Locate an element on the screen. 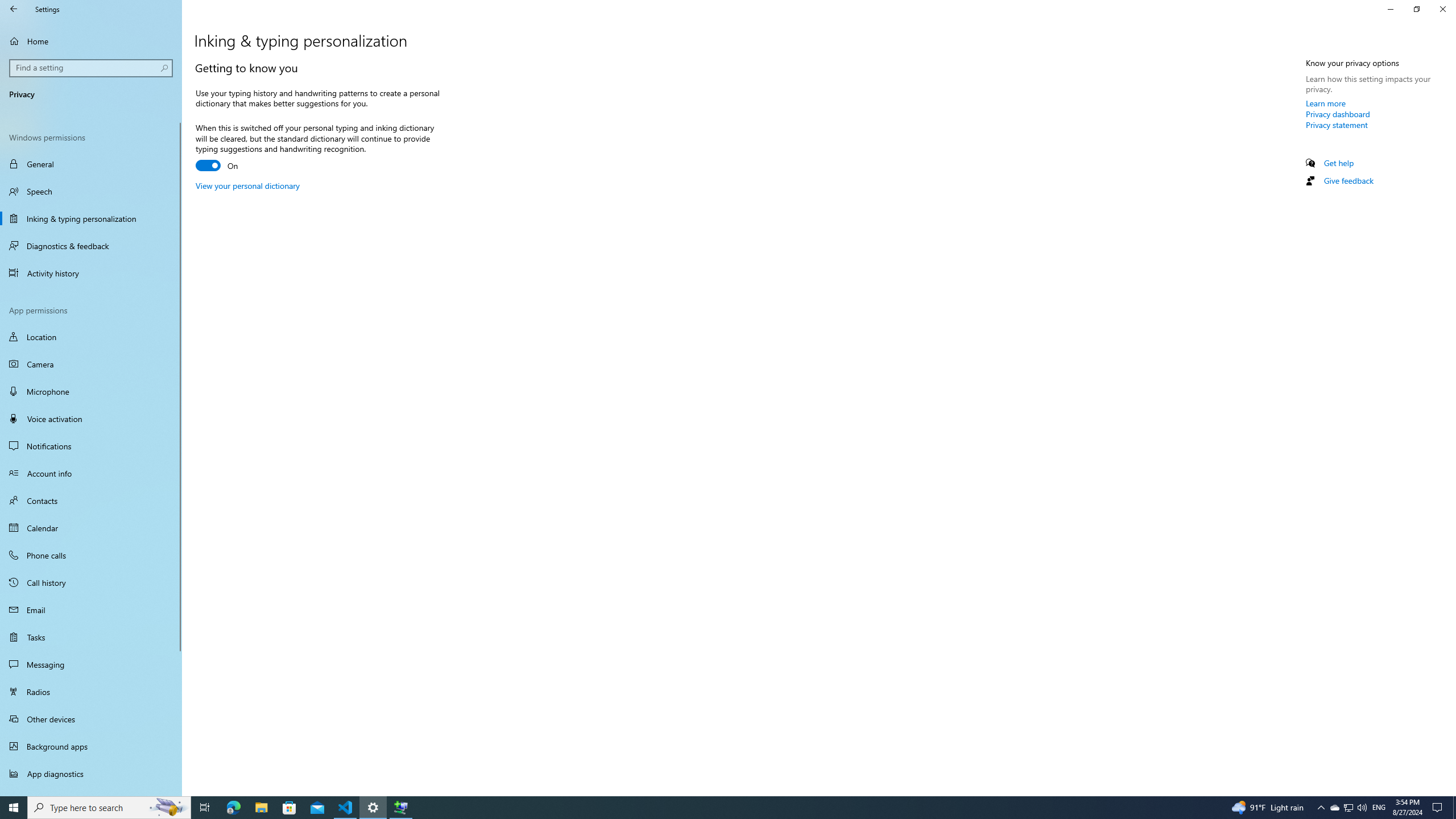  'Voice activation' is located at coordinates (90, 418).